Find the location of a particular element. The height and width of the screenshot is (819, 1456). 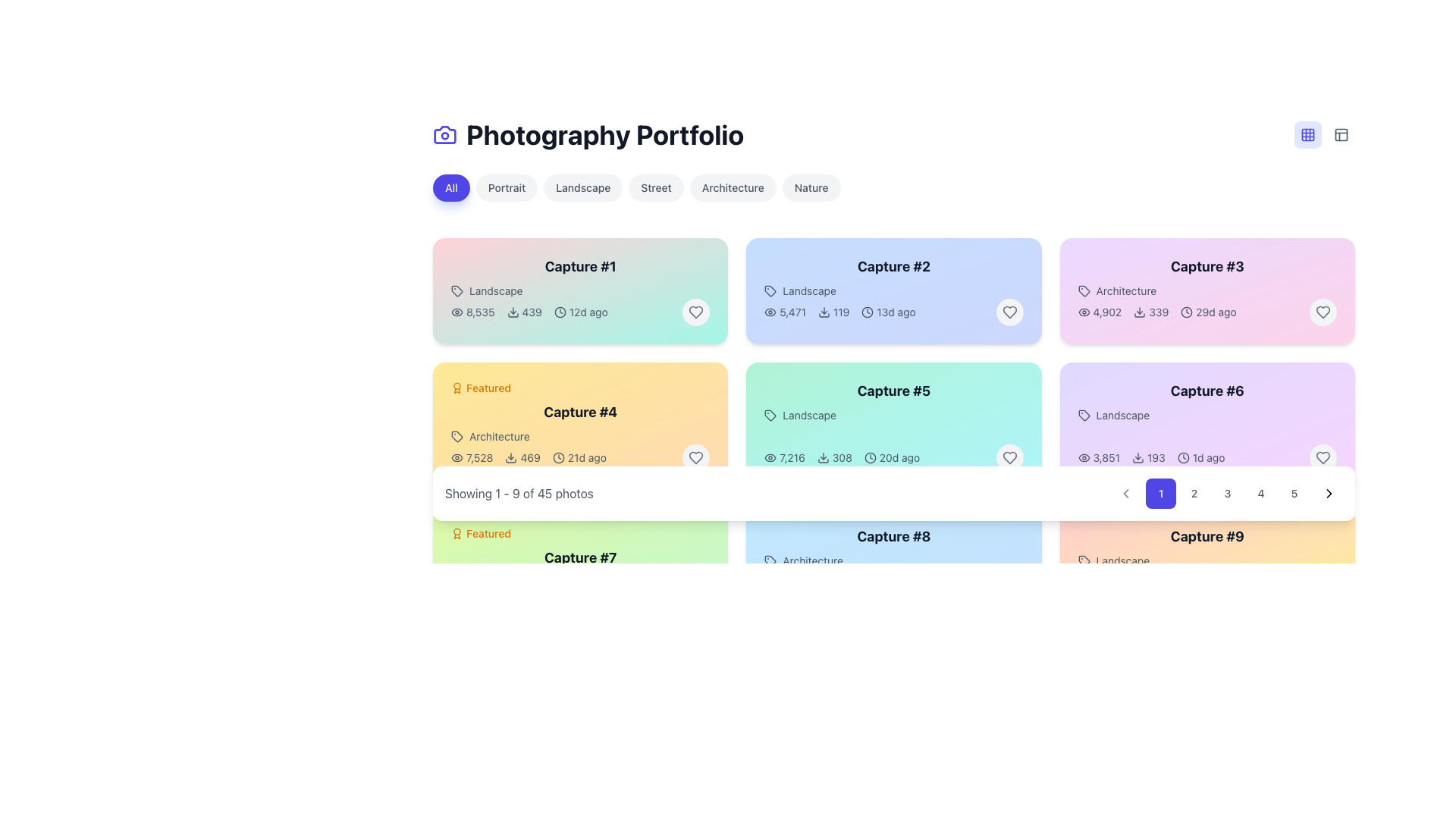

'Landscape' text label, which is styled in gray and located below the heading 'Capture #9' in the last card of the grid layout is located at coordinates (1207, 561).